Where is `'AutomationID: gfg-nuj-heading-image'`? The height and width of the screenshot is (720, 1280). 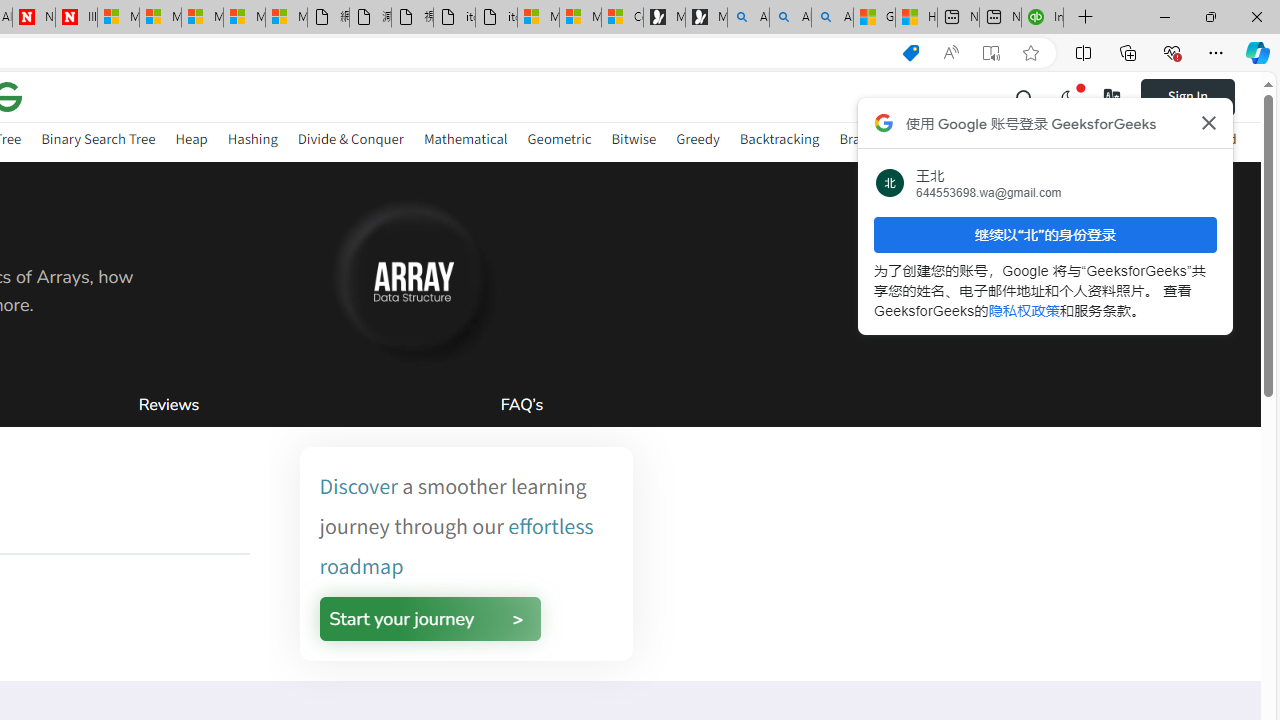 'AutomationID: gfg-nuj-heading-image' is located at coordinates (407, 277).